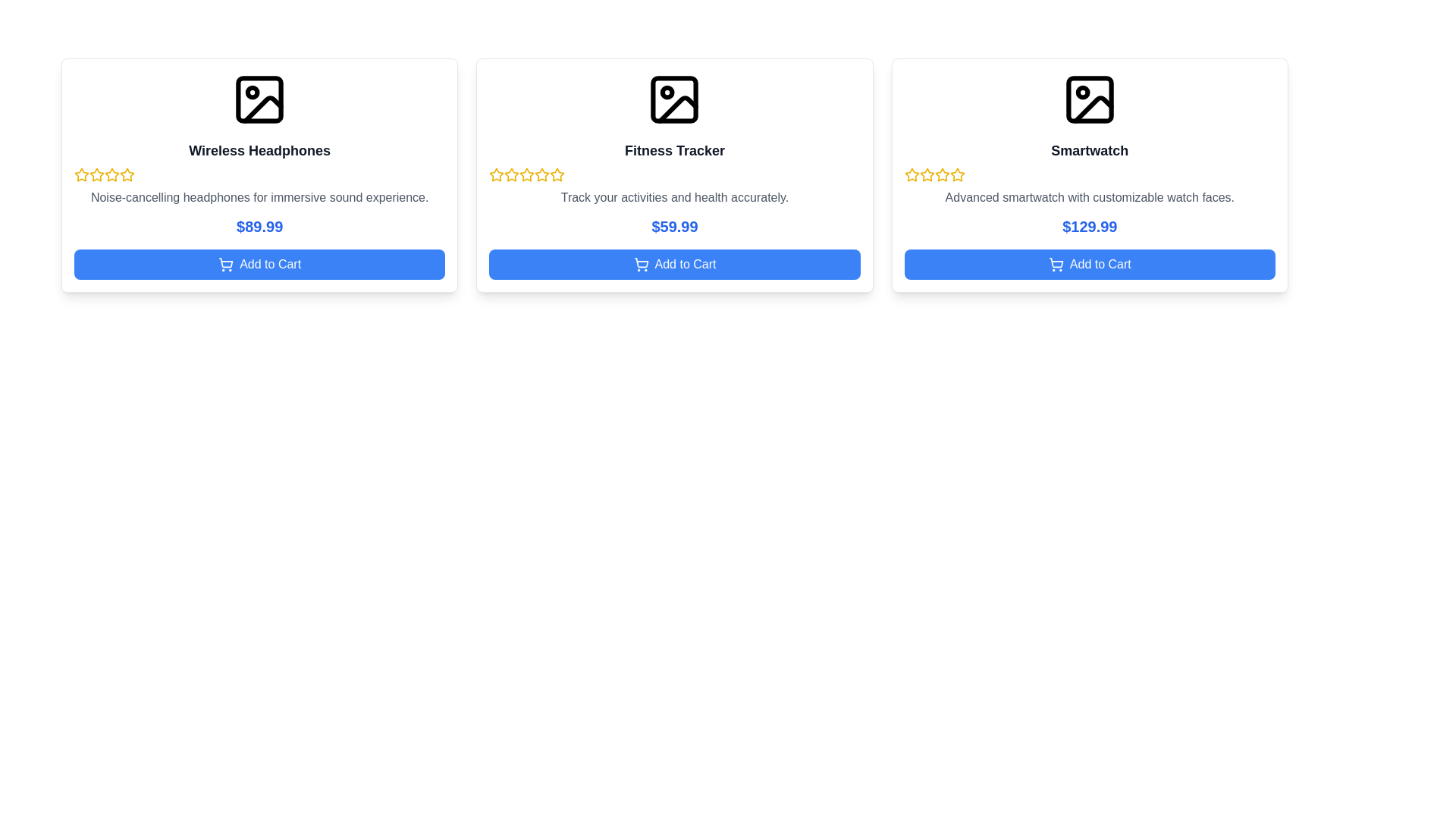 The height and width of the screenshot is (819, 1456). I want to click on the image placeholder representing the 'Smartwatch' product located at the top-center of the card in the rightmost column of the product listing grid, so click(1089, 99).